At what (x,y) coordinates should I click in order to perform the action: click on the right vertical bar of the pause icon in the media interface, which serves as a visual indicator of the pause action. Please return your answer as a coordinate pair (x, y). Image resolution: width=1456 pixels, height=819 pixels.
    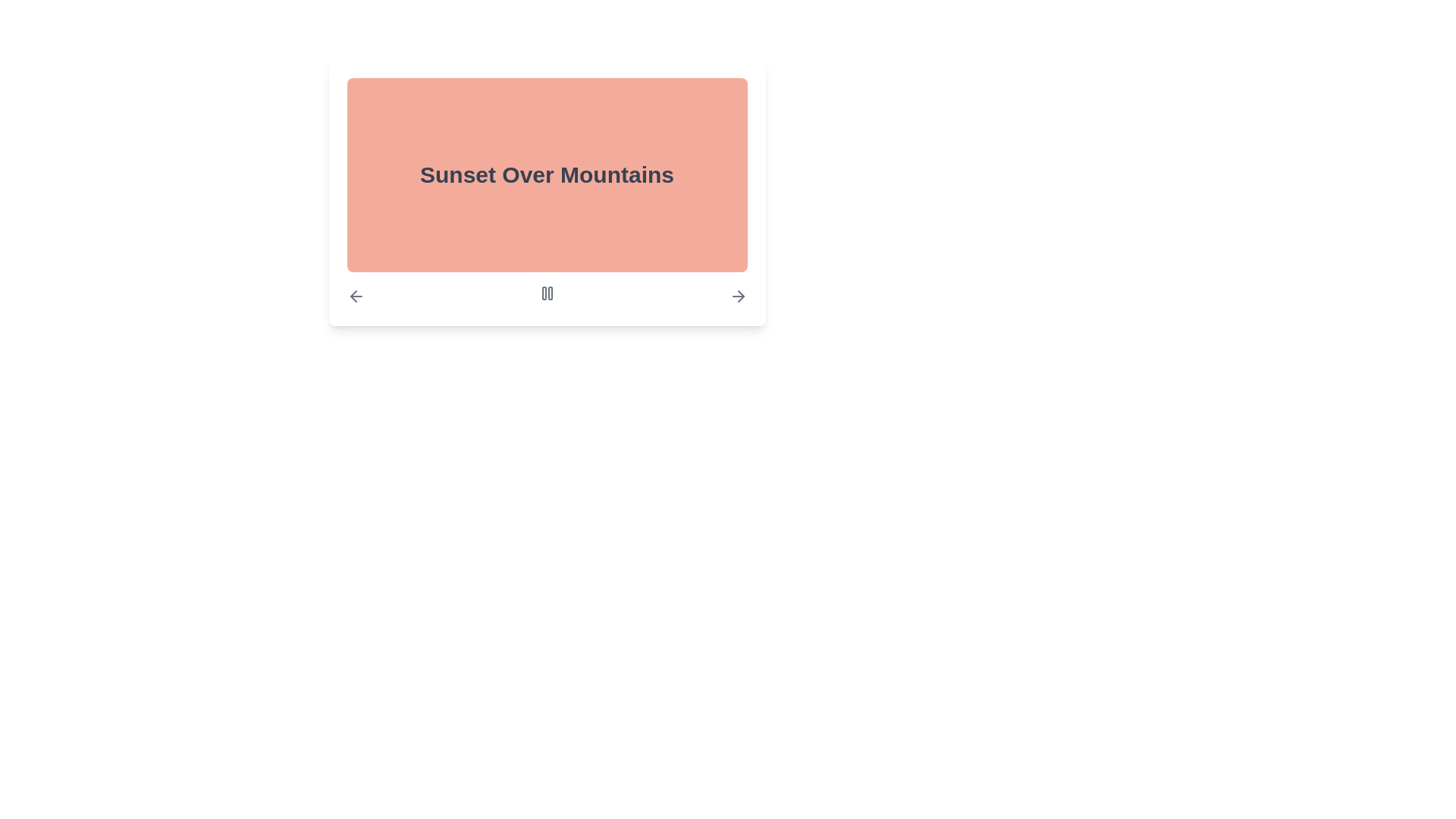
    Looking at the image, I should click on (549, 293).